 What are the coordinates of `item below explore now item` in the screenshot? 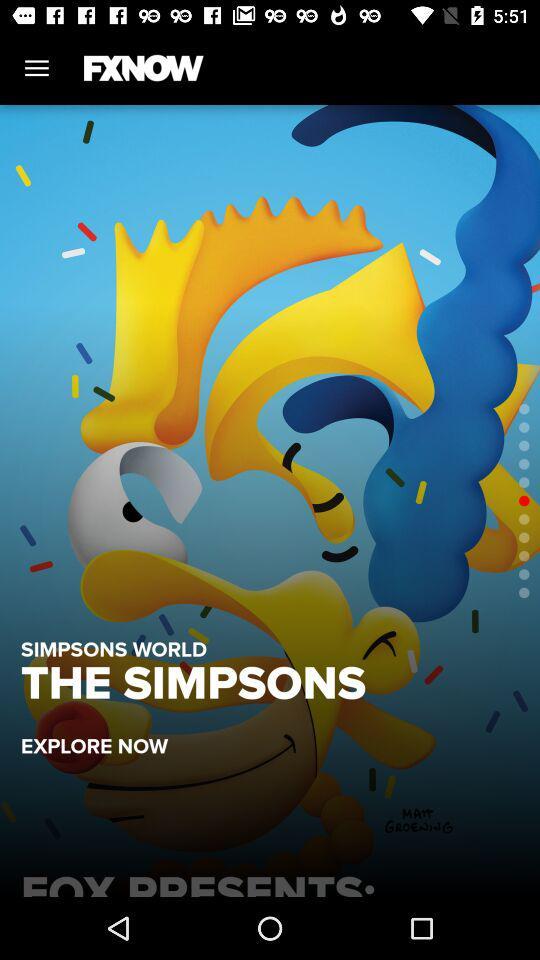 It's located at (270, 880).